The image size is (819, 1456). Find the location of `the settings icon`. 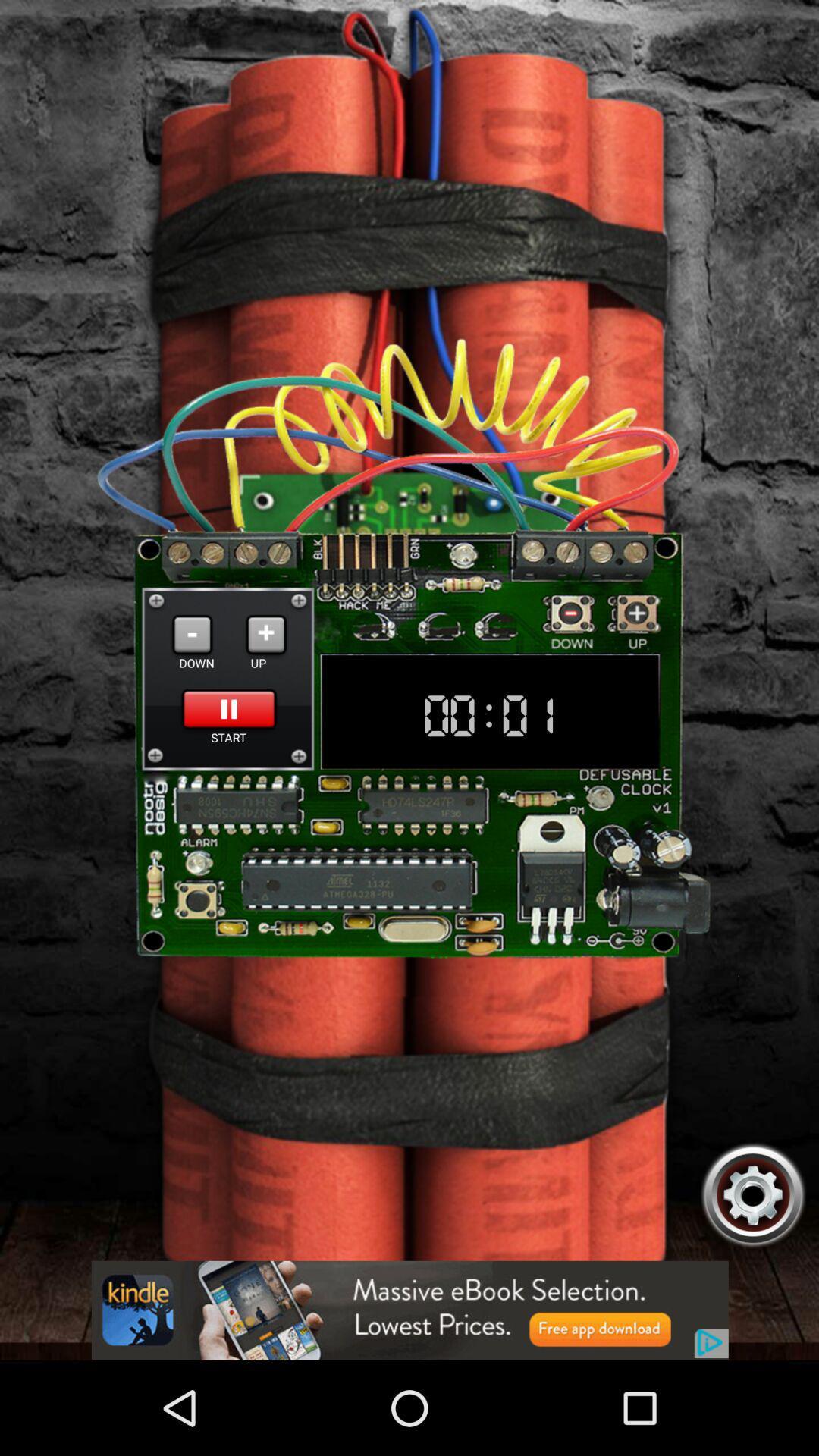

the settings icon is located at coordinates (753, 1278).